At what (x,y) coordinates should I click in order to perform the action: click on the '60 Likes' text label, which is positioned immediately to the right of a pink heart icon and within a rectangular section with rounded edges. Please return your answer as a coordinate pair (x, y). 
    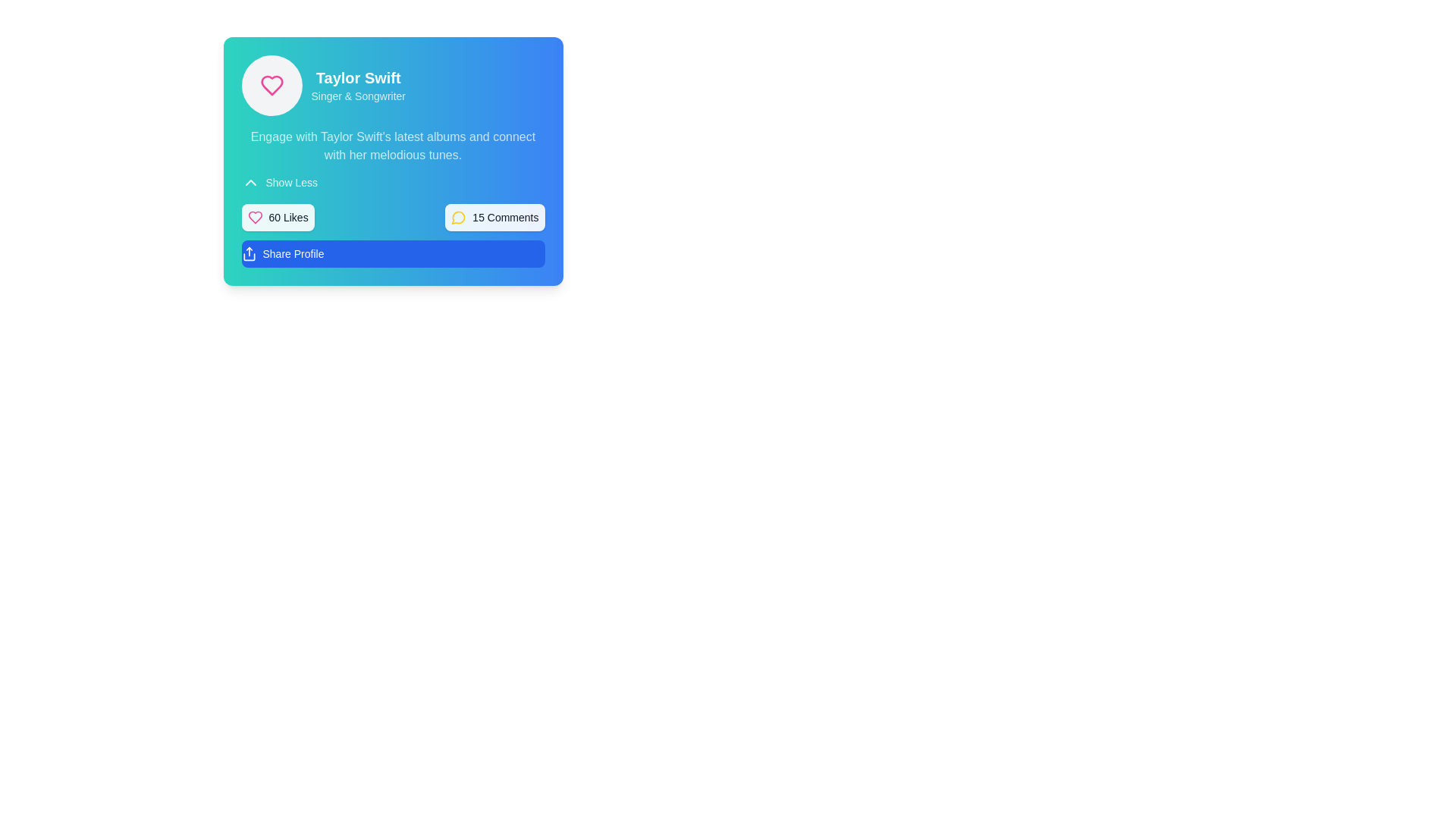
    Looking at the image, I should click on (288, 217).